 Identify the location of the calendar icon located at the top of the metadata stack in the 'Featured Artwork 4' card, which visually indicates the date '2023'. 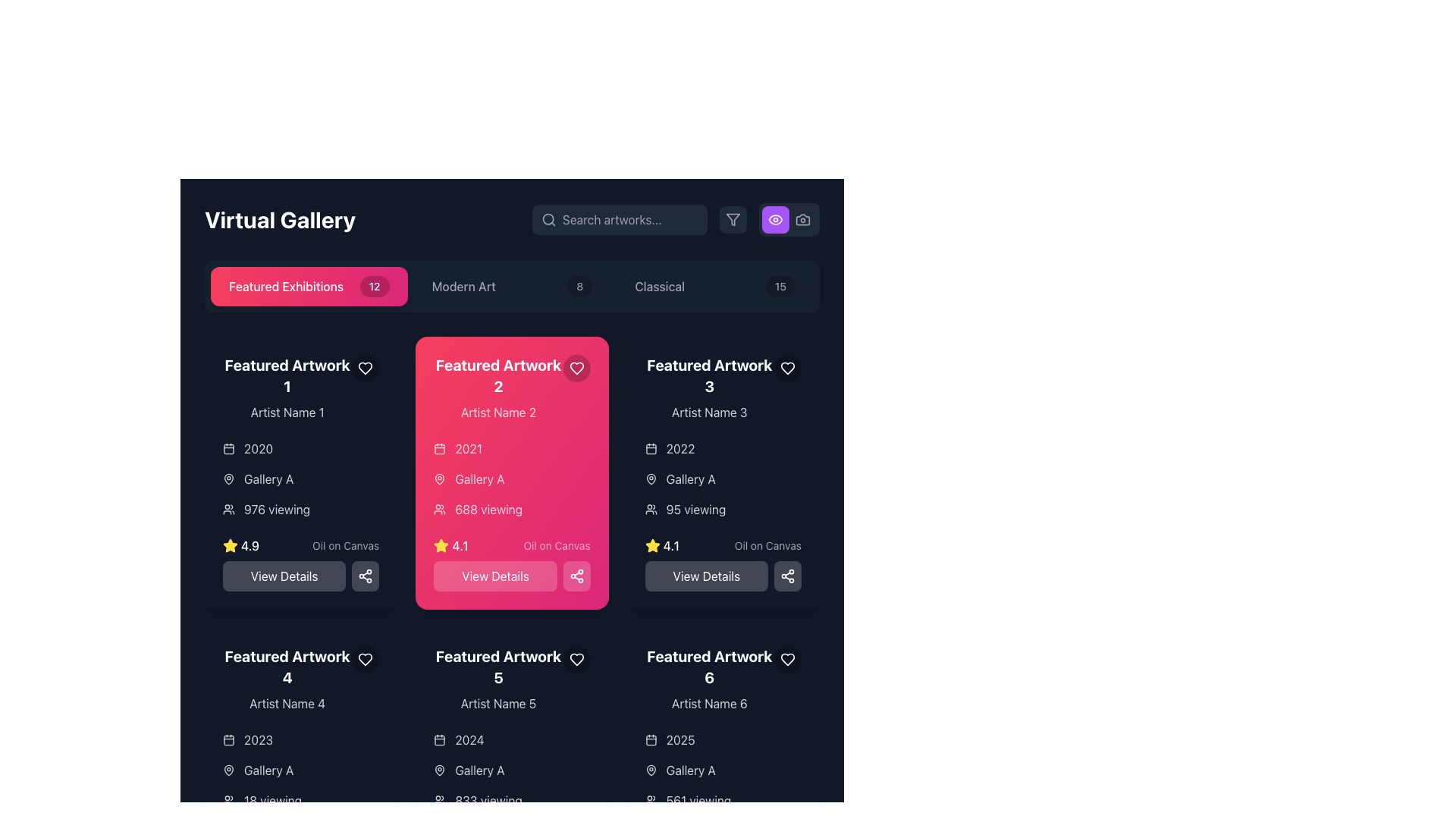
(228, 739).